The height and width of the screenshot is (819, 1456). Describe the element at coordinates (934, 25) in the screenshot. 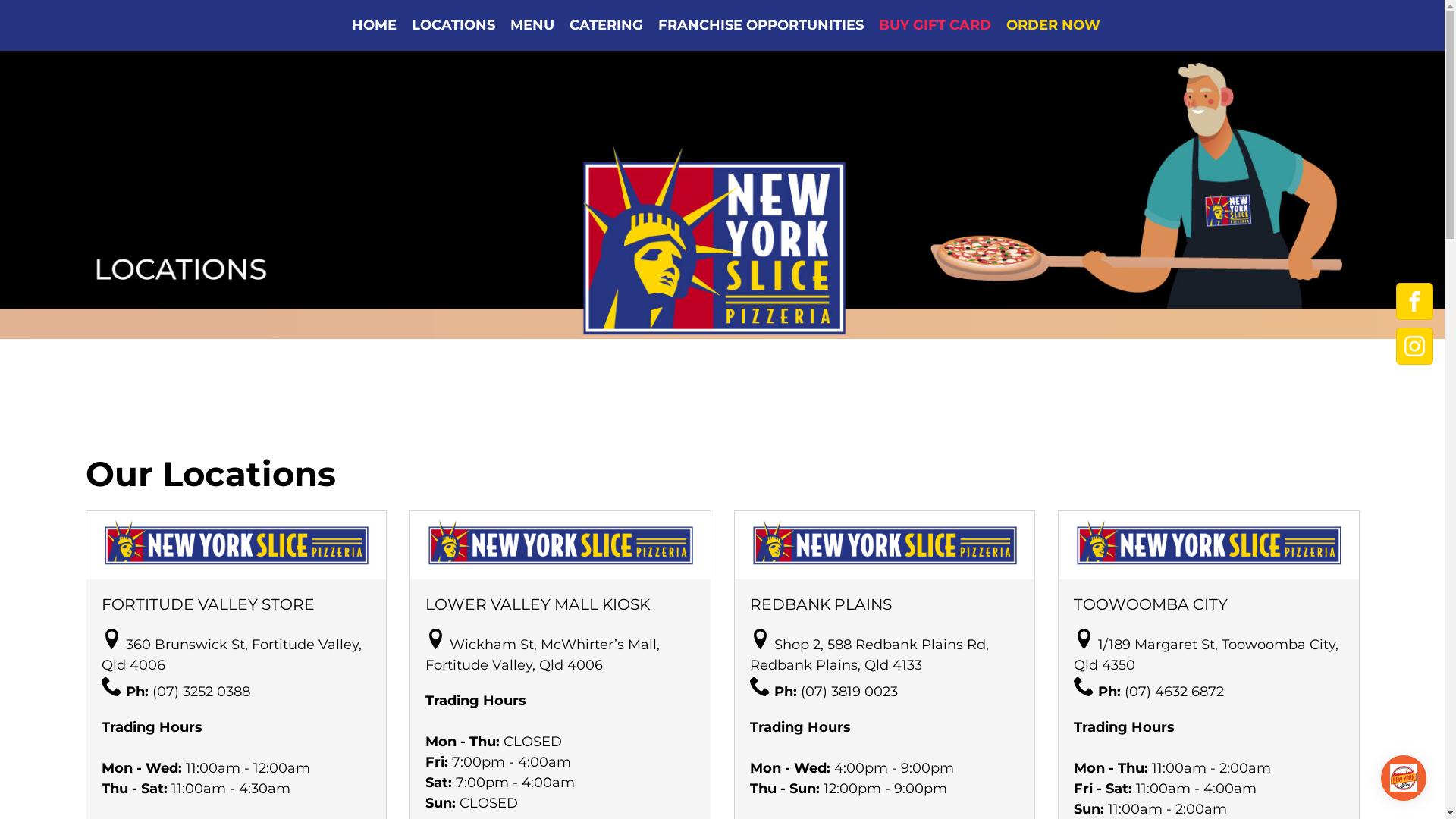

I see `'BUY GIFT CARD'` at that location.